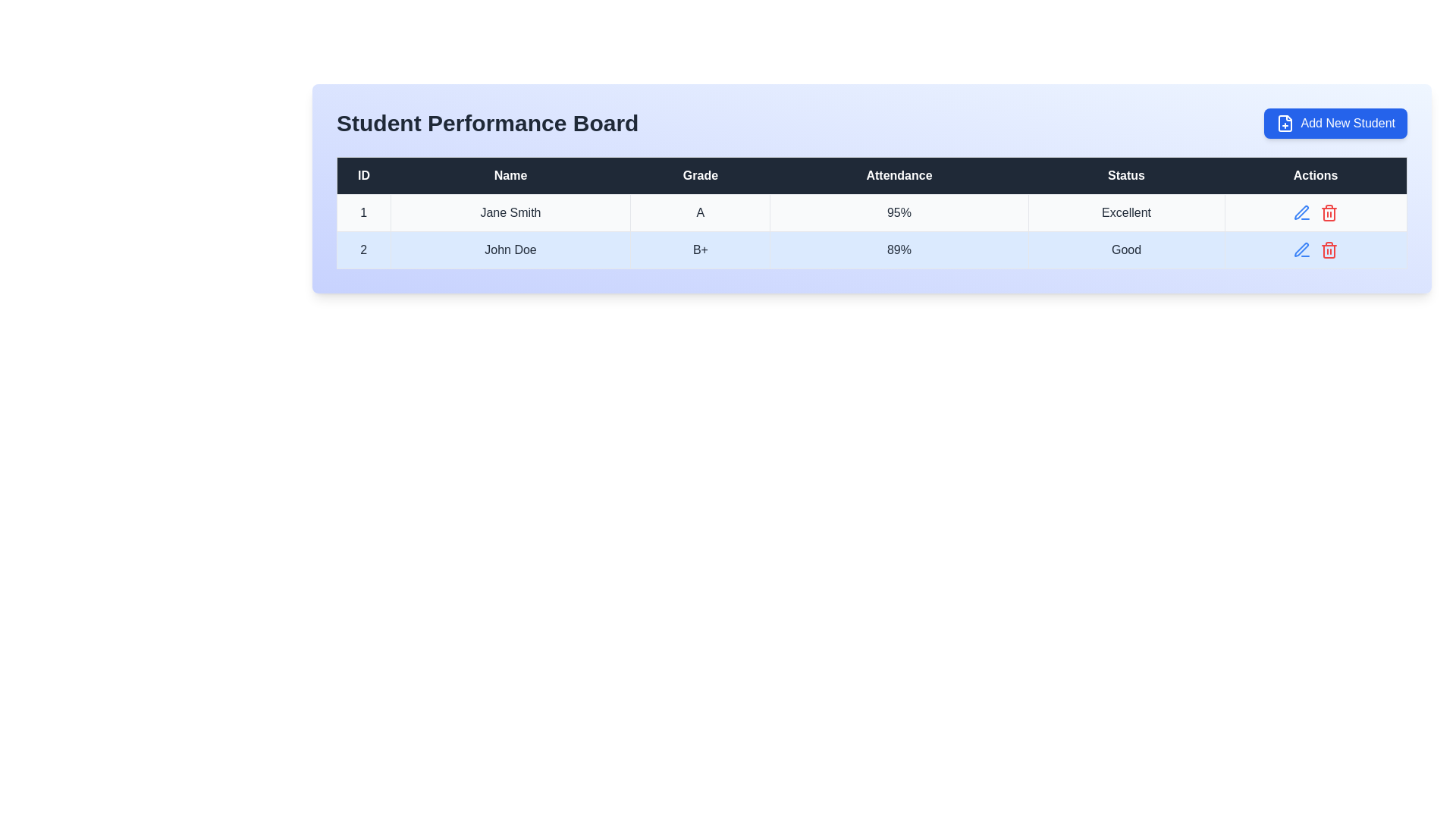 The height and width of the screenshot is (819, 1456). Describe the element at coordinates (872, 174) in the screenshot. I see `the header row of the table component, which has a dark gray background and contains the column titles 'ID', 'Name', 'Grade', 'Attendance', 'Status', and 'Actions'` at that location.